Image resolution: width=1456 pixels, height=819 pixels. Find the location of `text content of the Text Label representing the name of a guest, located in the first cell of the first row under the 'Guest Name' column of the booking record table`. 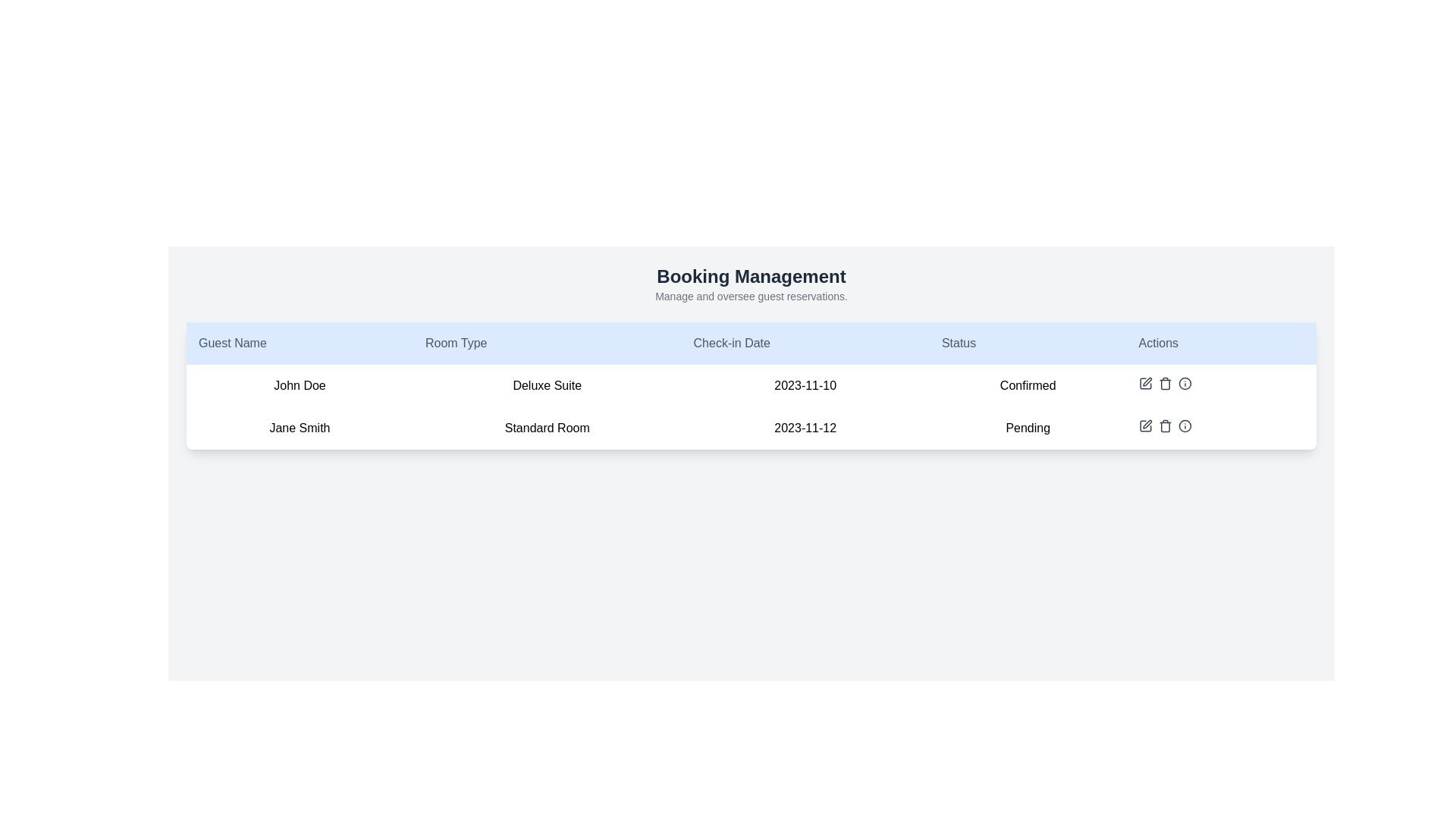

text content of the Text Label representing the name of a guest, located in the first cell of the first row under the 'Guest Name' column of the booking record table is located at coordinates (300, 385).